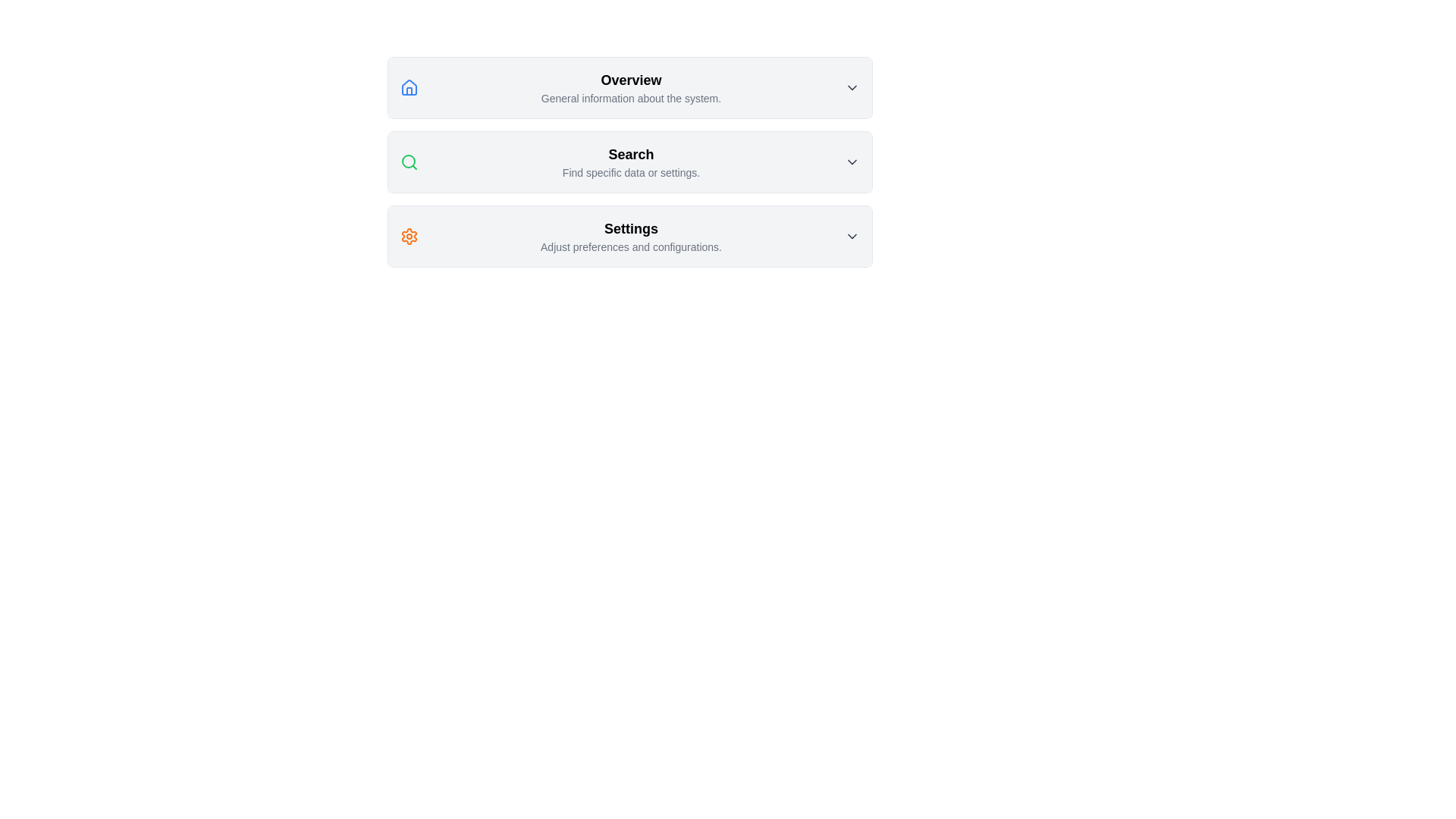 This screenshot has width=1456, height=819. Describe the element at coordinates (629, 162) in the screenshot. I see `the 'Search' button` at that location.